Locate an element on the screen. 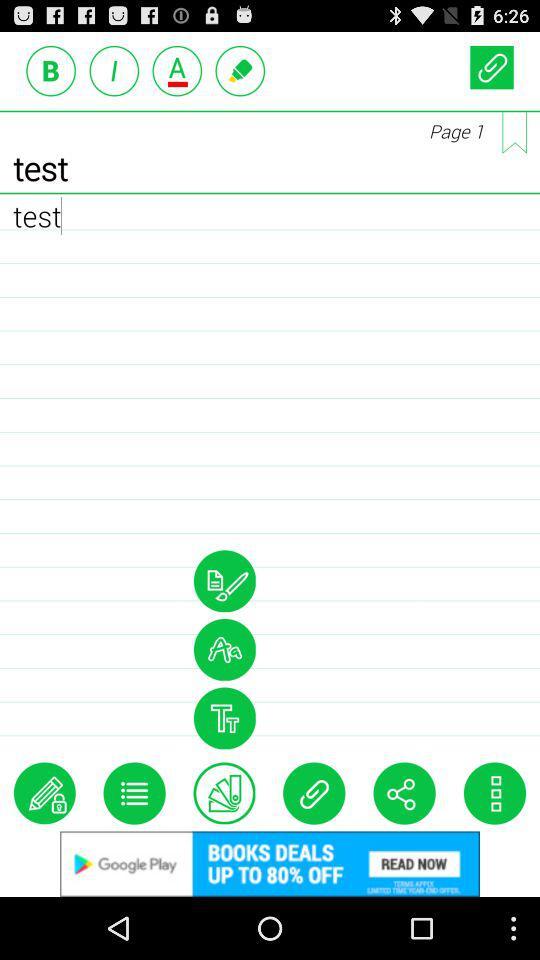 The image size is (540, 960). advertisement is located at coordinates (270, 863).